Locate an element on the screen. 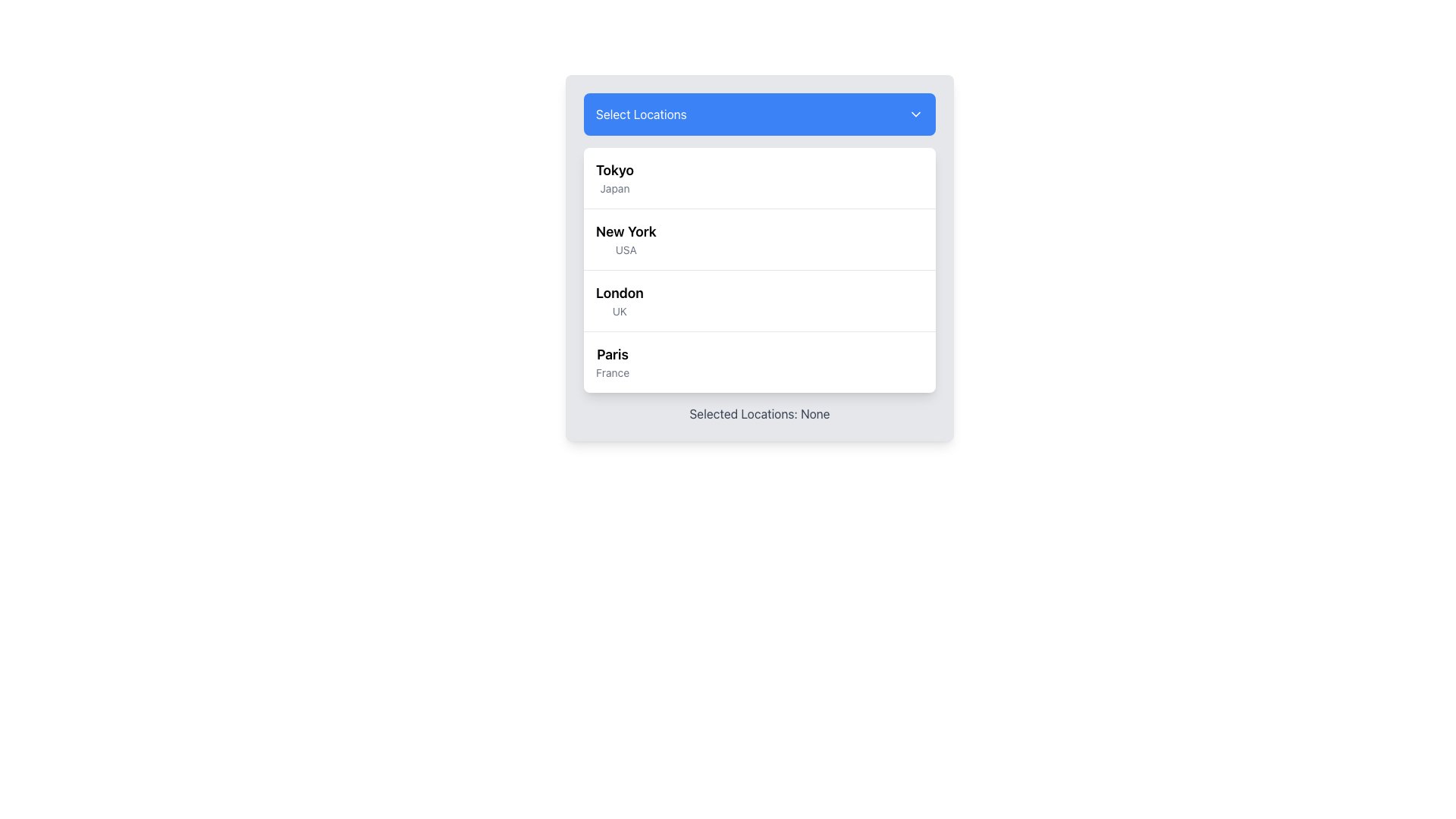 The width and height of the screenshot is (1456, 819). the 'New York' text label, which is the second item in the 'Select Locations' dropdown menu, located between 'Tokyo, Japan' and 'London, UK' is located at coordinates (626, 239).